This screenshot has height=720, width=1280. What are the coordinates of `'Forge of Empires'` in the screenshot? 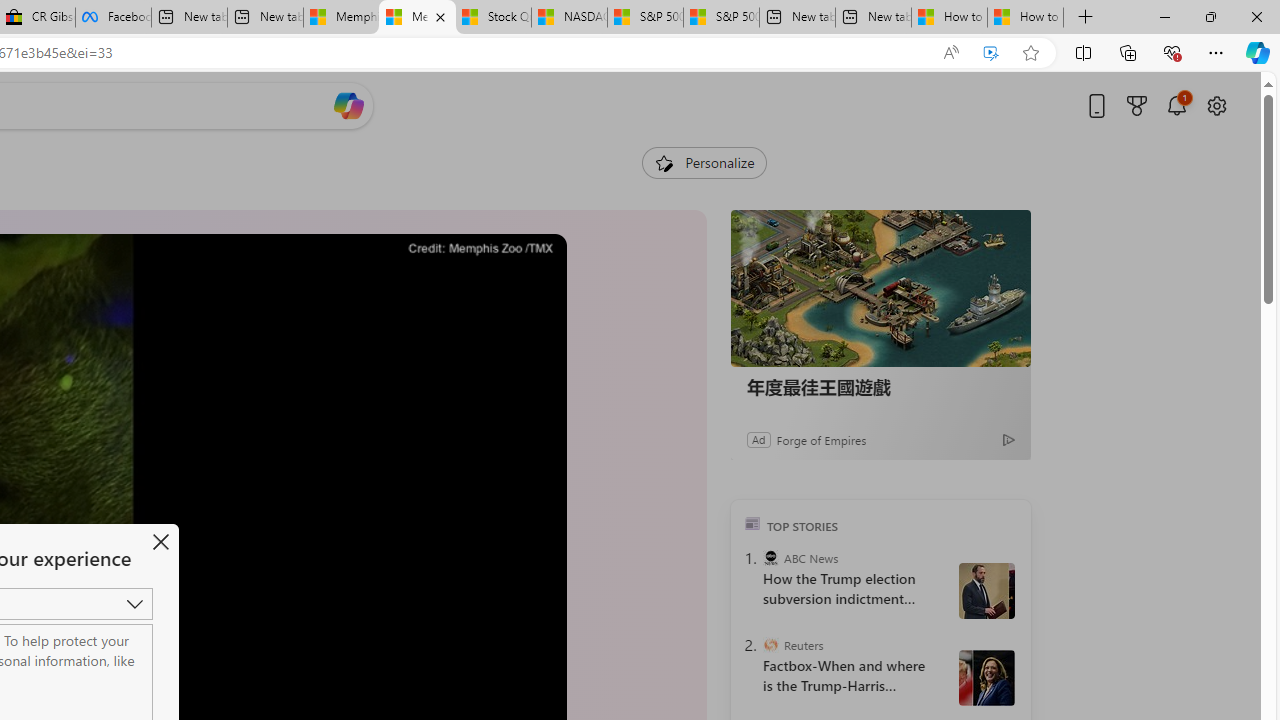 It's located at (821, 438).